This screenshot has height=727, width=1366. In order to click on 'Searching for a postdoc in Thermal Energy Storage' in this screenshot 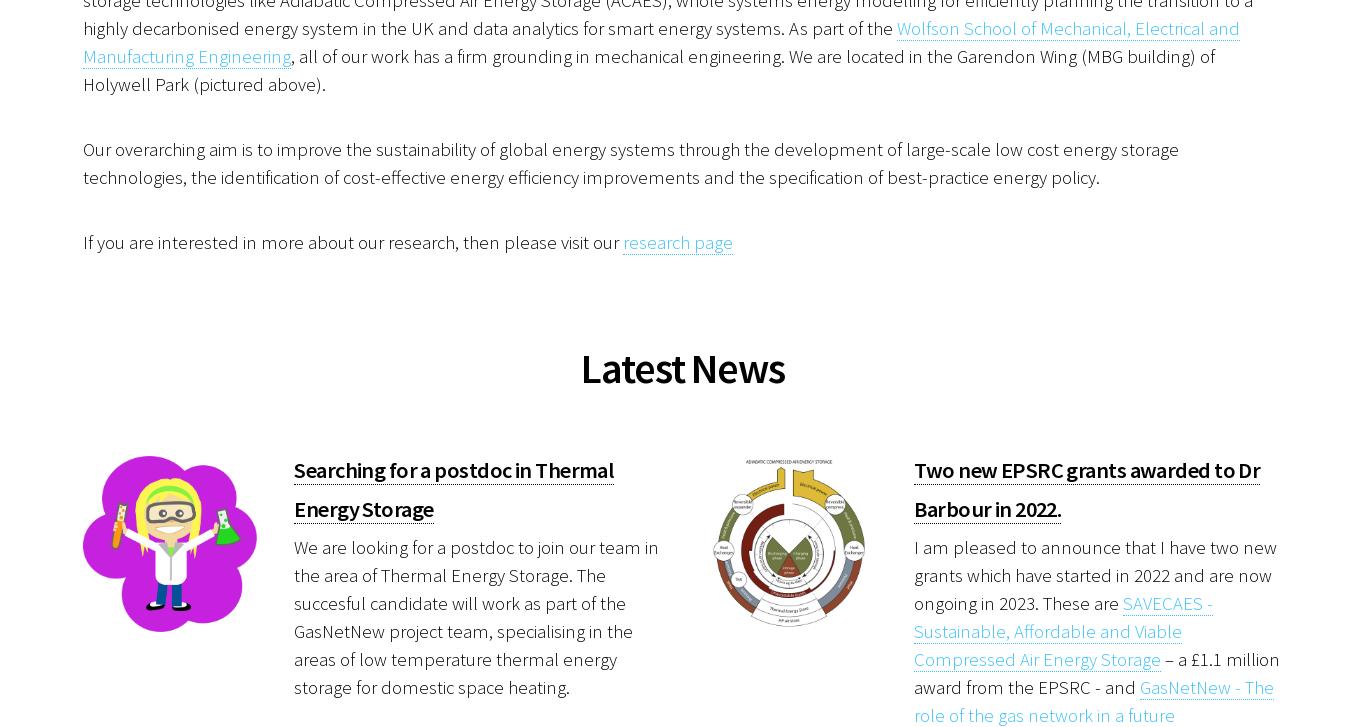, I will do `click(453, 488)`.